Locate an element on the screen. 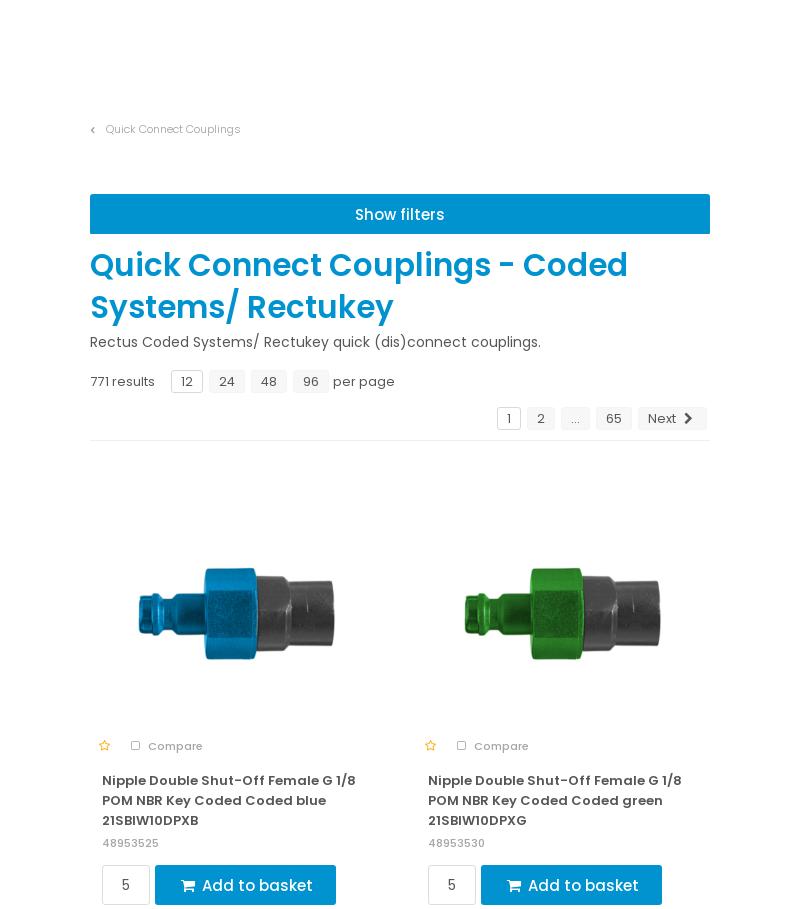 The width and height of the screenshot is (800, 909). '...' is located at coordinates (573, 780).